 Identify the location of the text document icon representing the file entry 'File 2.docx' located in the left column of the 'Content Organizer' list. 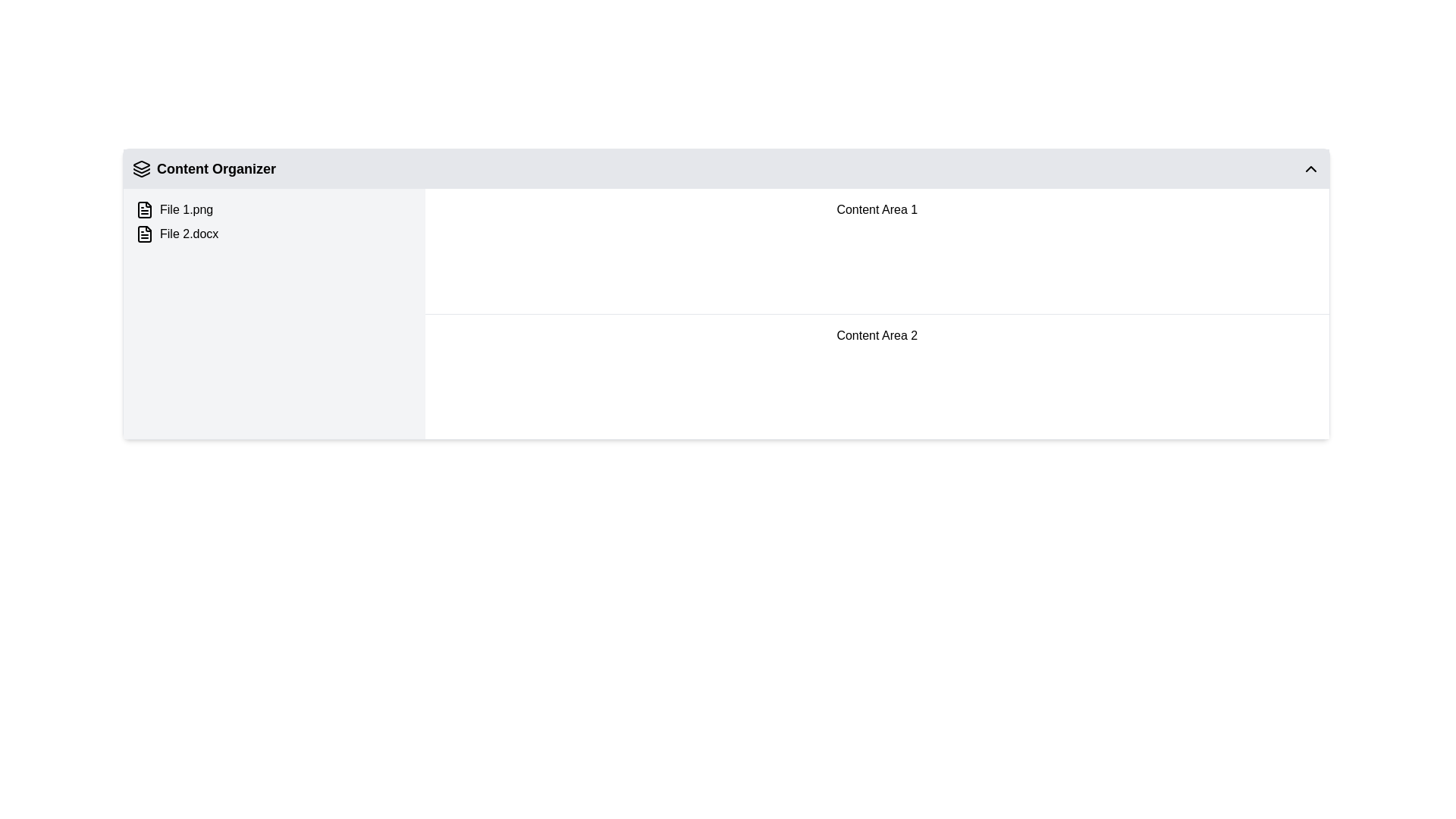
(145, 234).